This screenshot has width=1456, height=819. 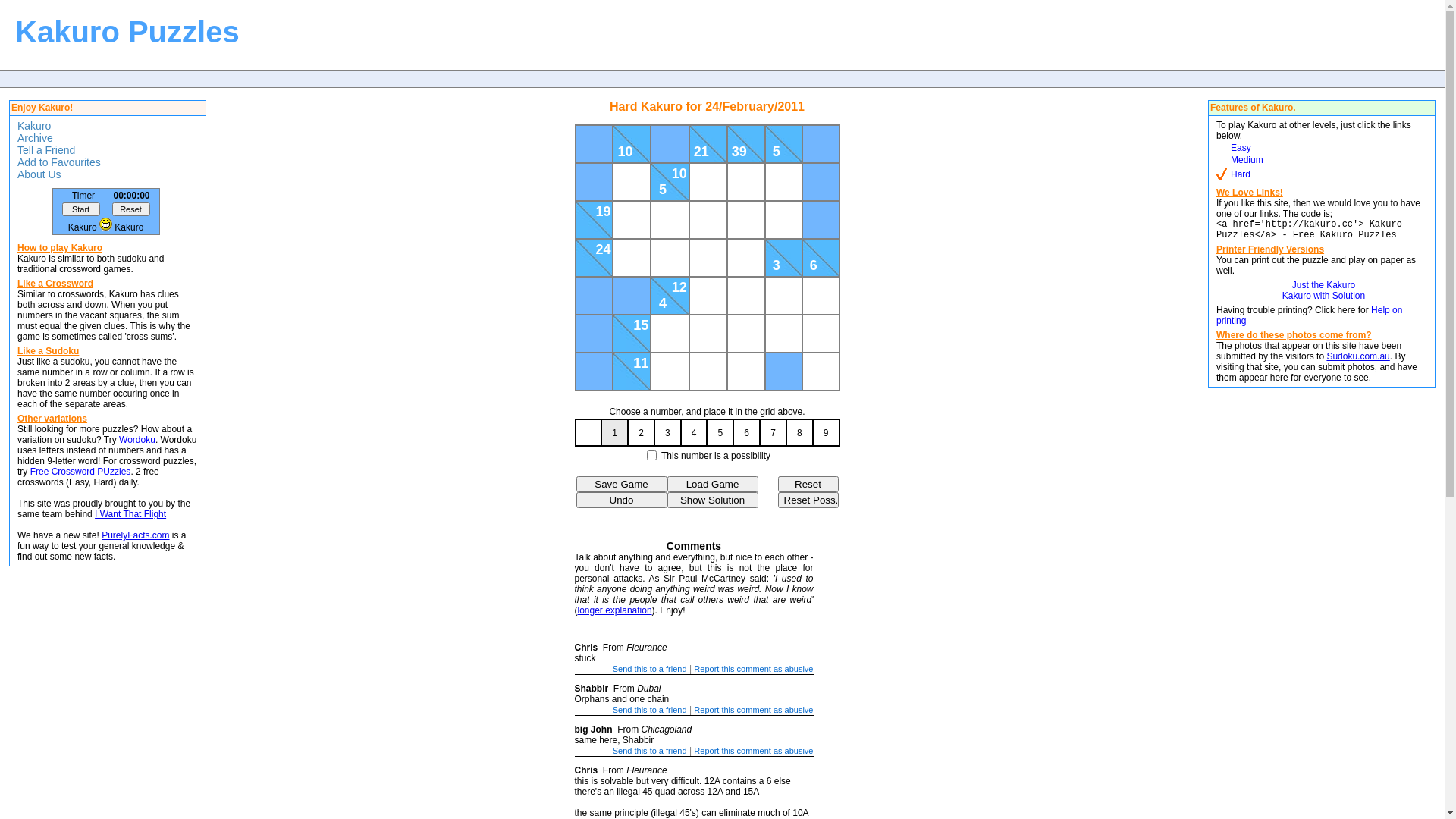 What do you see at coordinates (1241, 148) in the screenshot?
I see `'Easy'` at bounding box center [1241, 148].